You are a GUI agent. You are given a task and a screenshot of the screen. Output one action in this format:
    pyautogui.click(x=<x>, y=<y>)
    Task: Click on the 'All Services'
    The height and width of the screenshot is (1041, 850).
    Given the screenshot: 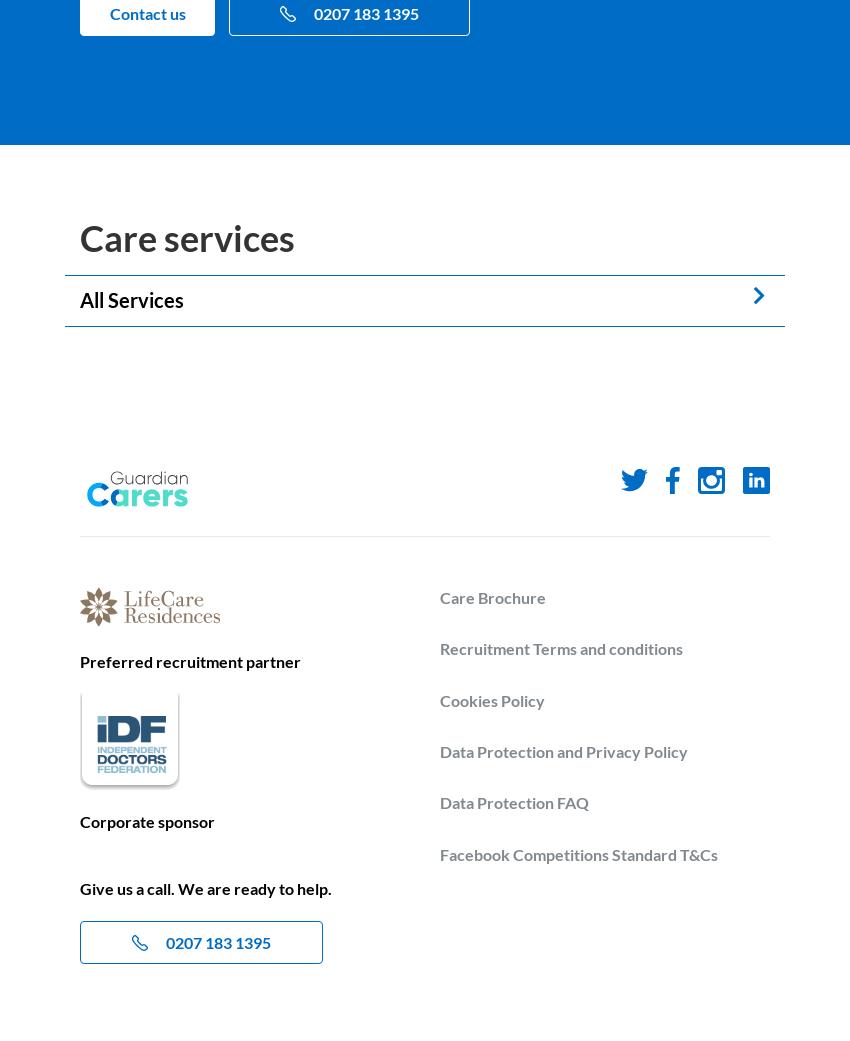 What is the action you would take?
    pyautogui.click(x=132, y=297)
    